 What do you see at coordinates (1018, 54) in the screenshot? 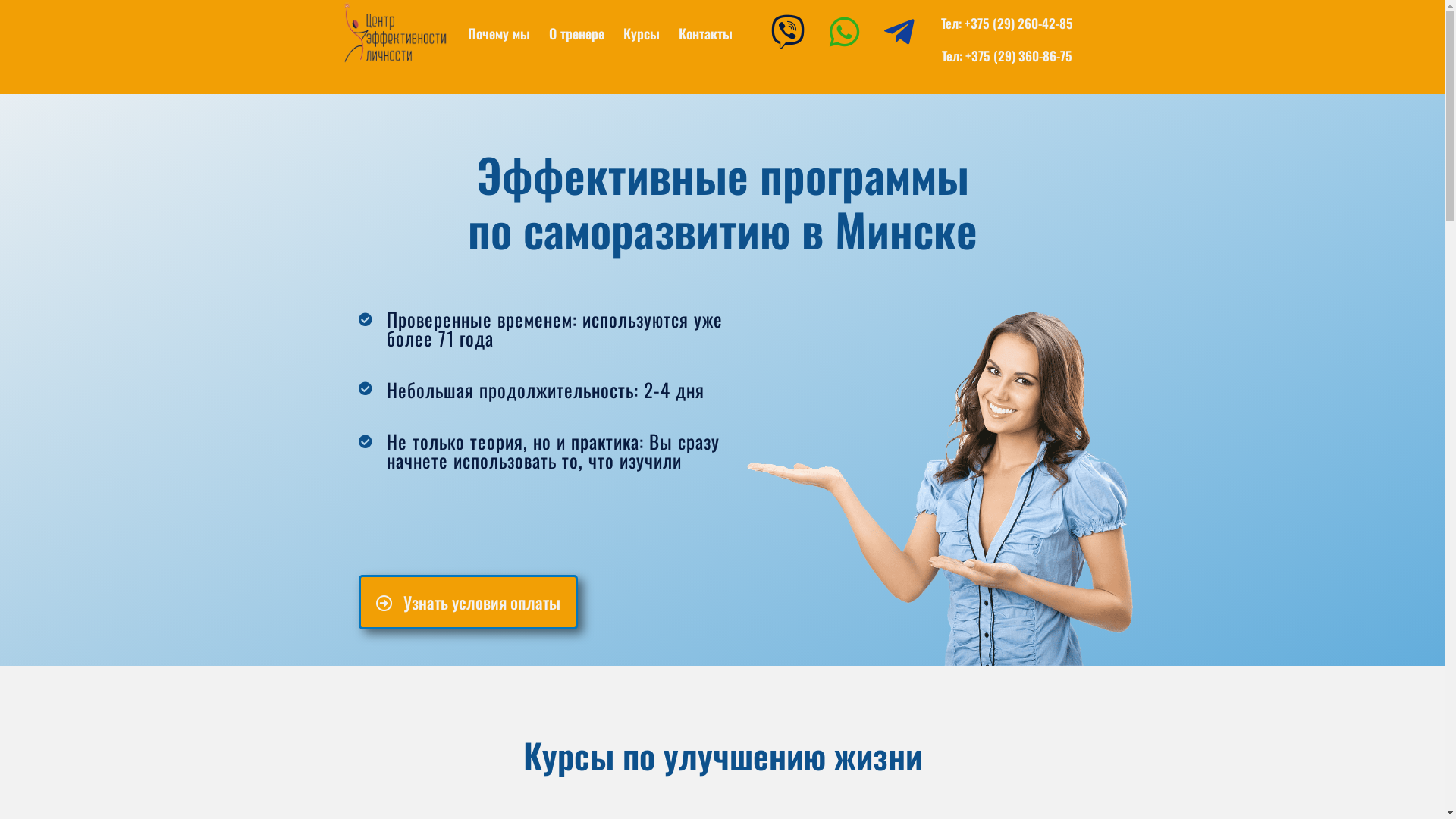
I see `'+375 (29) 360-86-75'` at bounding box center [1018, 54].